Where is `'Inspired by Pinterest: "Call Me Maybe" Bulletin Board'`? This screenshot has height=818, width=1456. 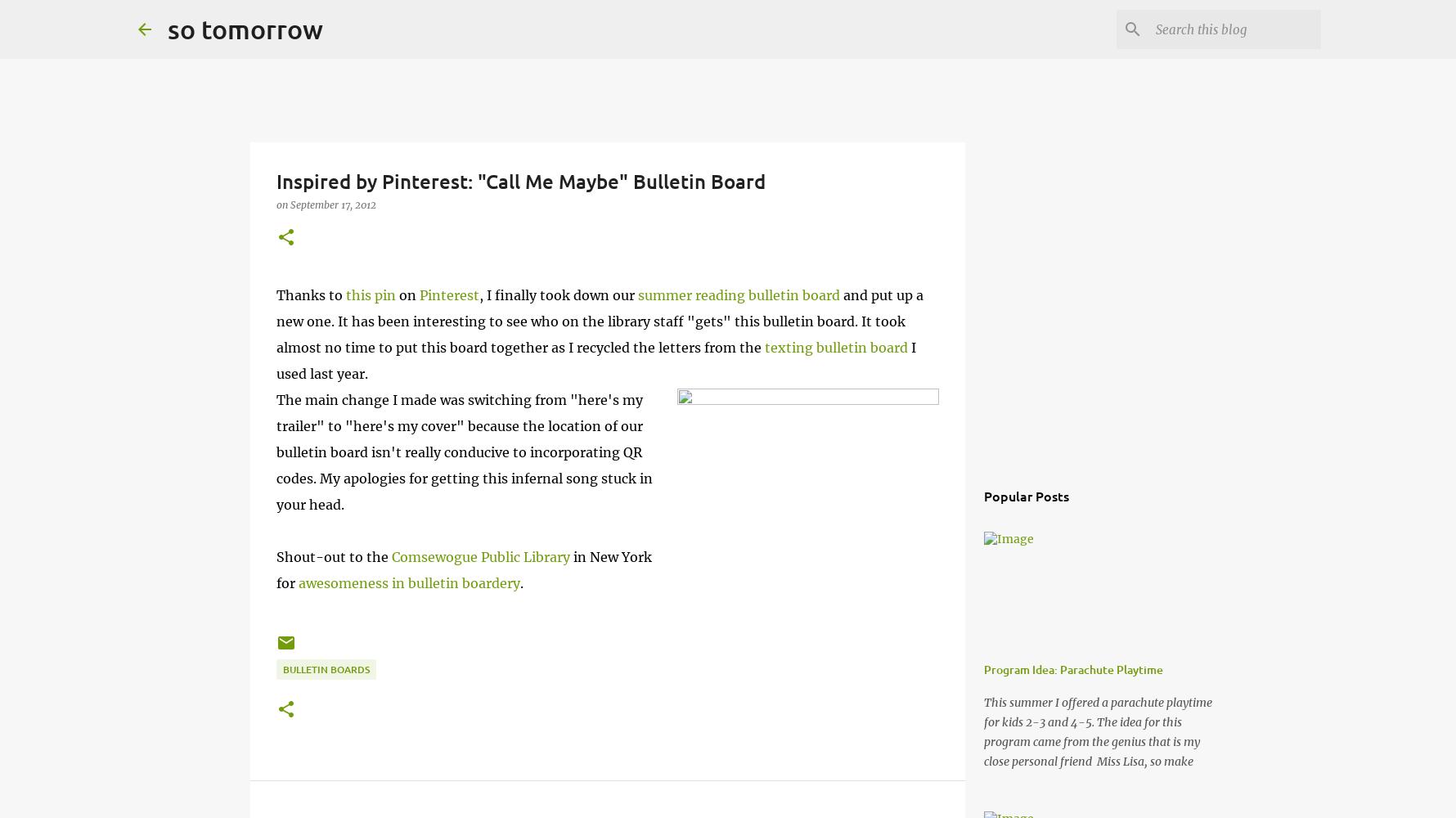 'Inspired by Pinterest: "Call Me Maybe" Bulletin Board' is located at coordinates (519, 180).